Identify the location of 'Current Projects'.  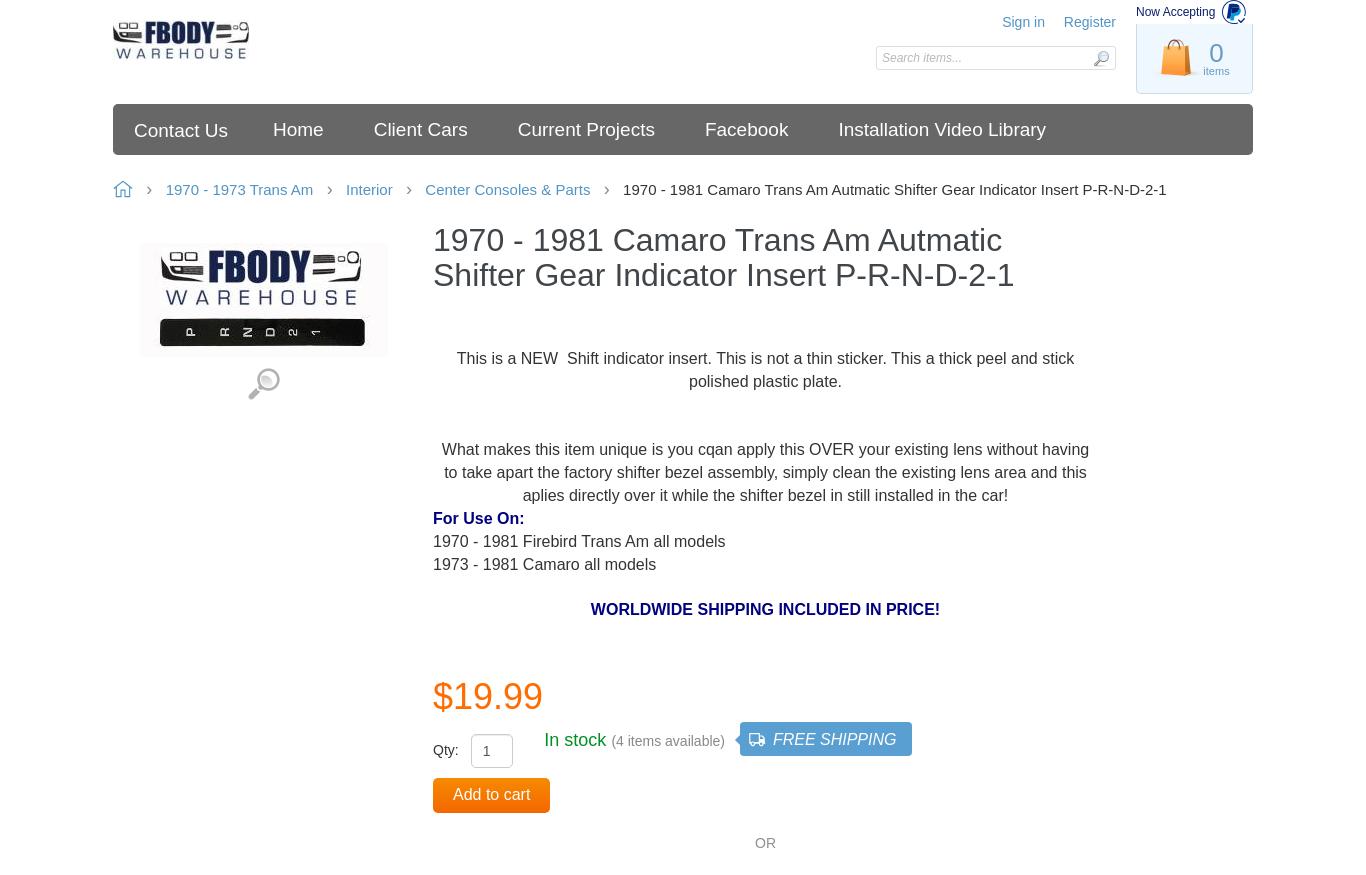
(584, 128).